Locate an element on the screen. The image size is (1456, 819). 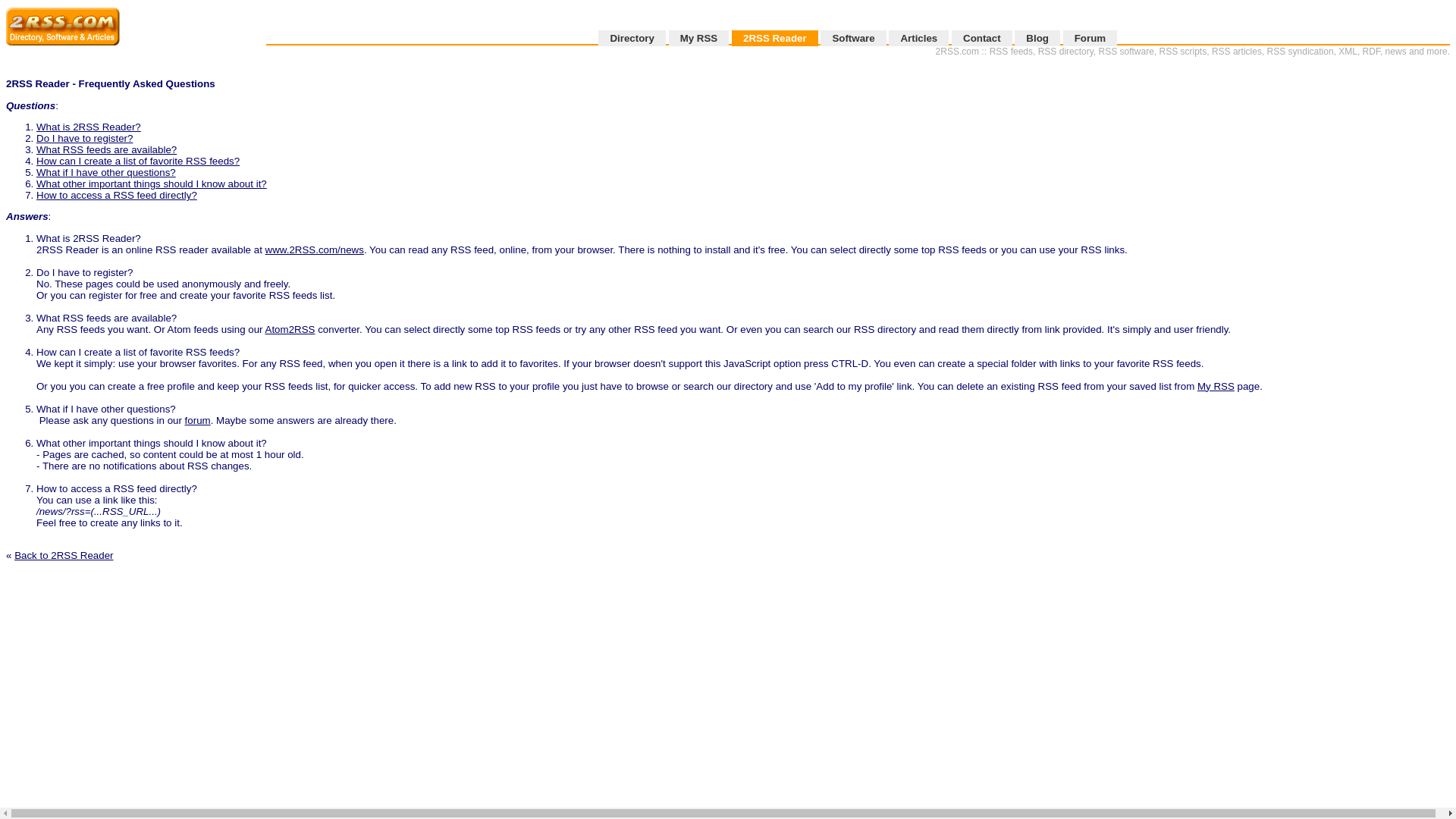
'Do I have to register?' is located at coordinates (36, 138).